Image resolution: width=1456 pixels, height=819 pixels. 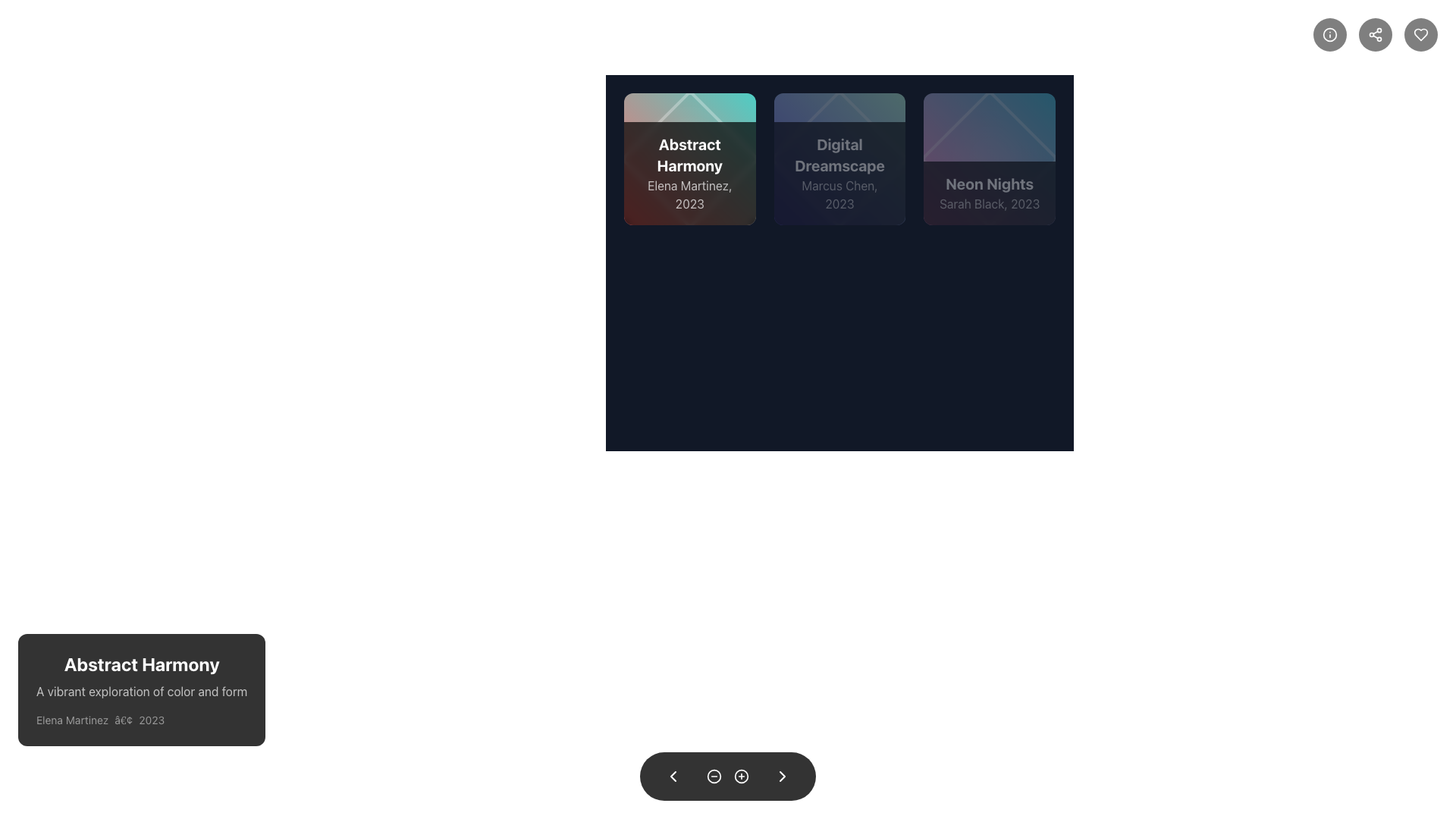 I want to click on the text display element titled 'Digital Dreamscape', which is prominently featured in bold white text on a dark background within the second card of three horizontally arranged cards, so click(x=839, y=155).